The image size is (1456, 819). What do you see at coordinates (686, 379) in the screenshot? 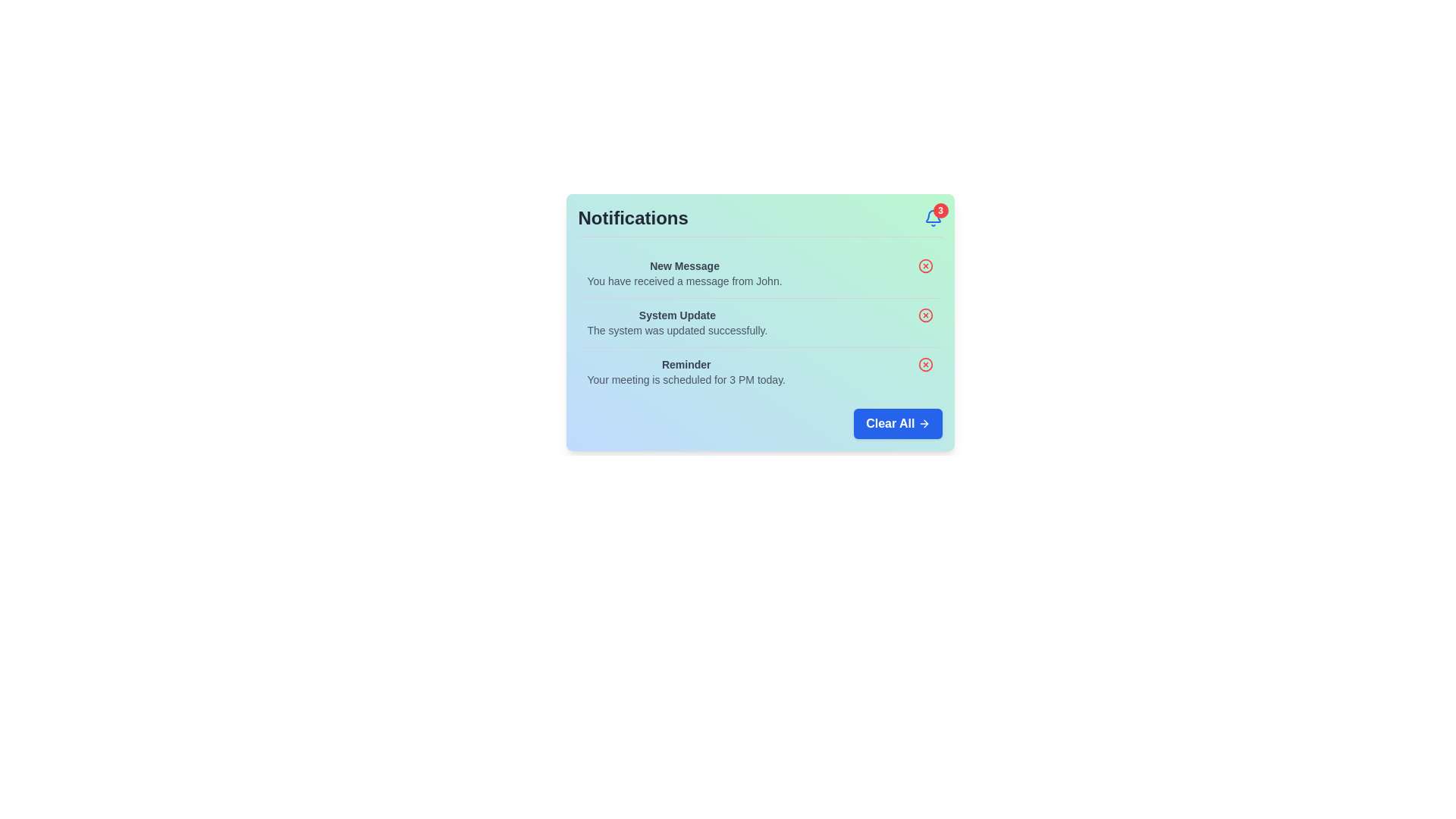
I see `the text element displaying 'Your meeting is scheduled for 3 PM today.' located below the 'Reminder' label in the Notifications panel` at bounding box center [686, 379].